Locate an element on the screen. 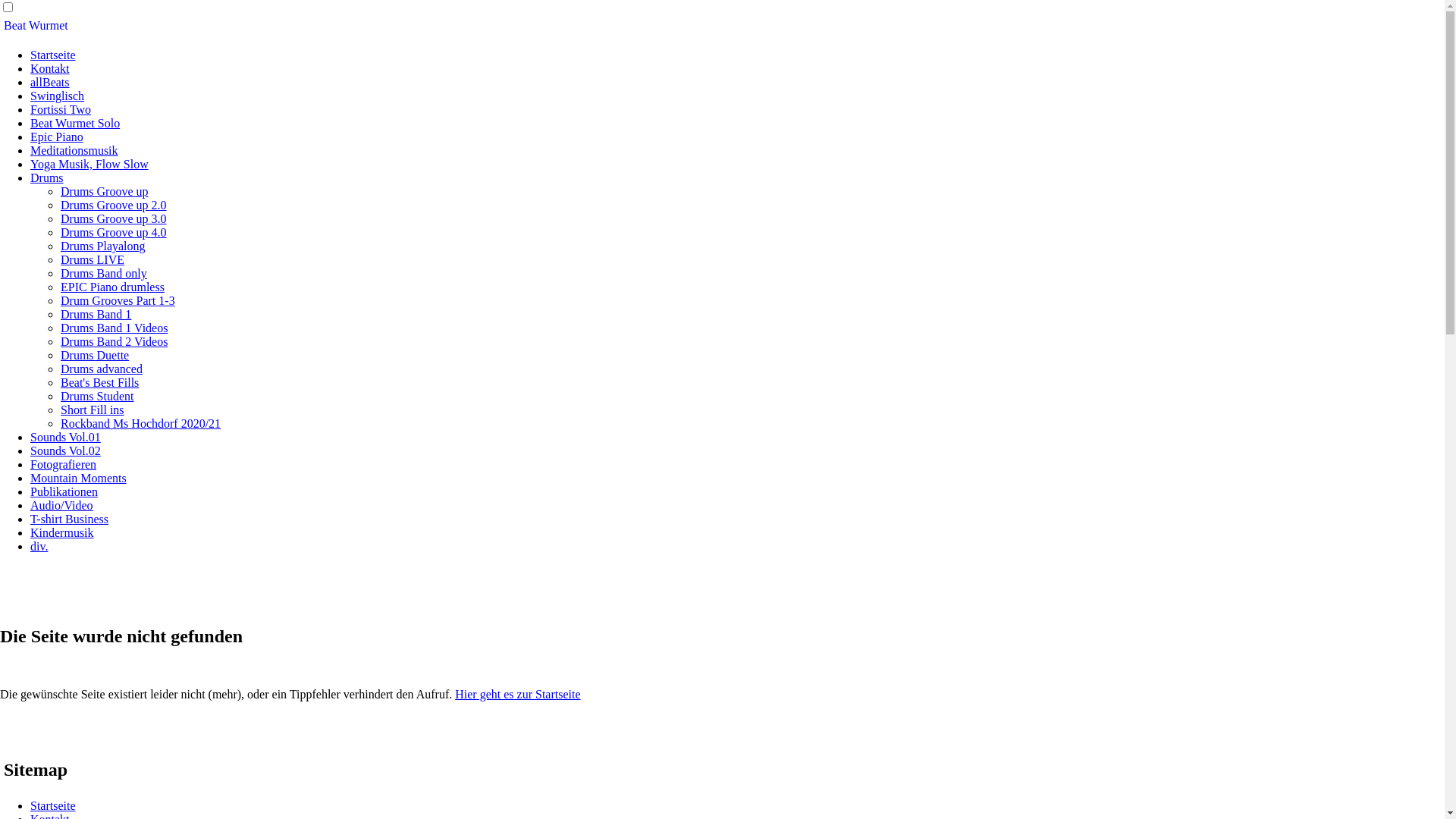 This screenshot has height=819, width=1456. 'Drums Groove up 2.0' is located at coordinates (112, 205).